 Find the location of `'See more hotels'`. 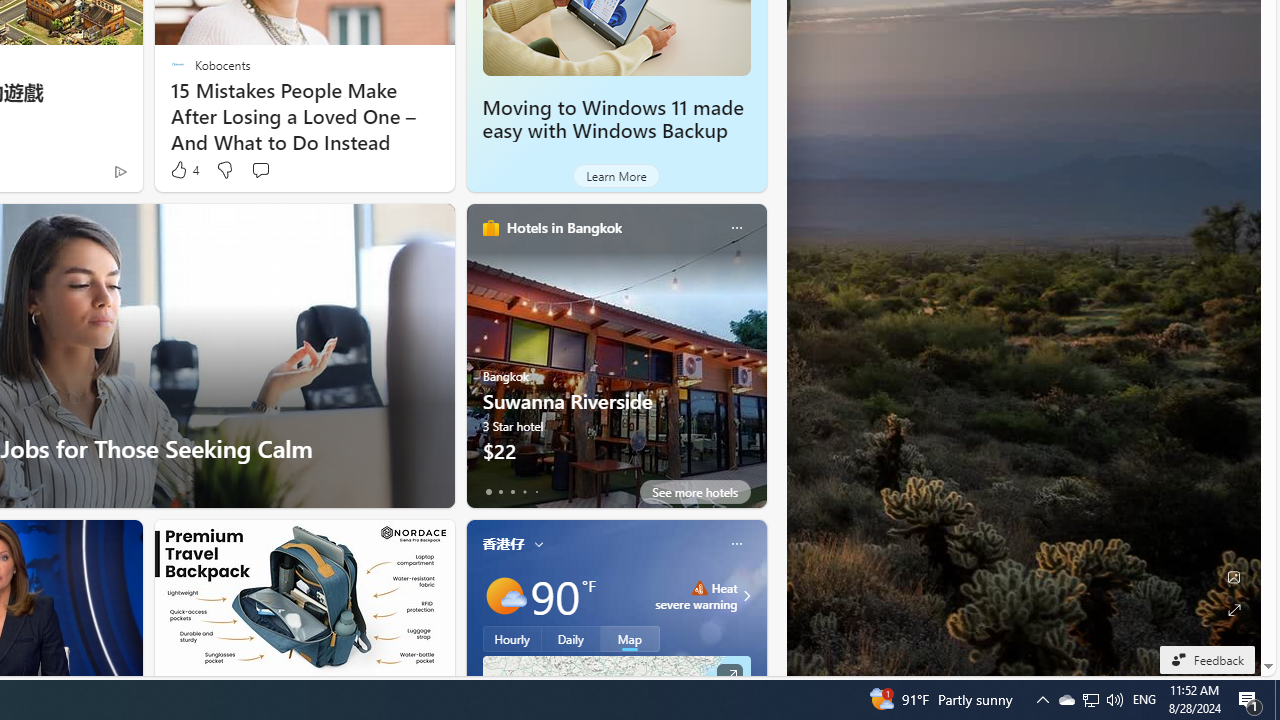

'See more hotels' is located at coordinates (695, 492).